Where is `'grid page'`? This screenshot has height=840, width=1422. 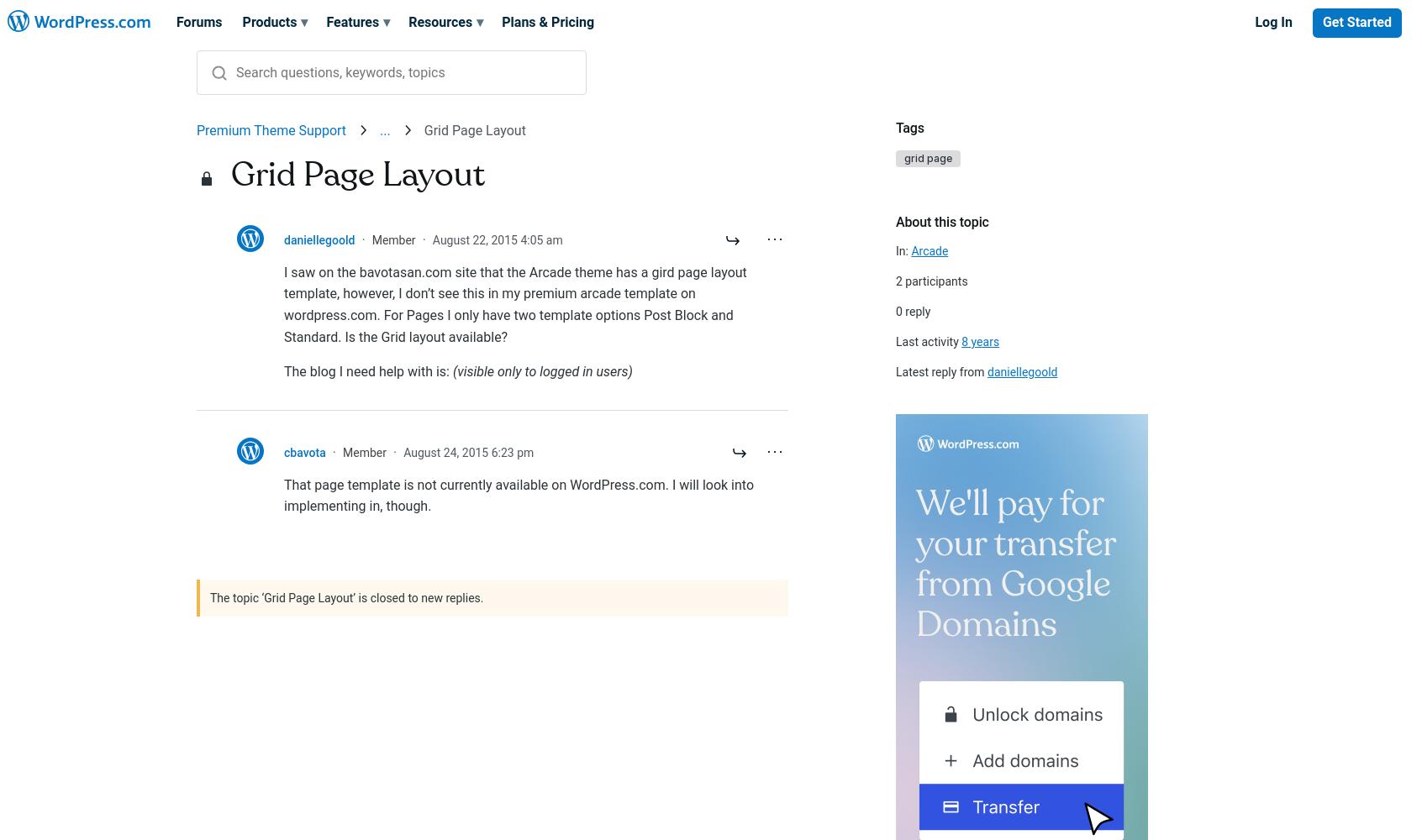 'grid page' is located at coordinates (903, 158).